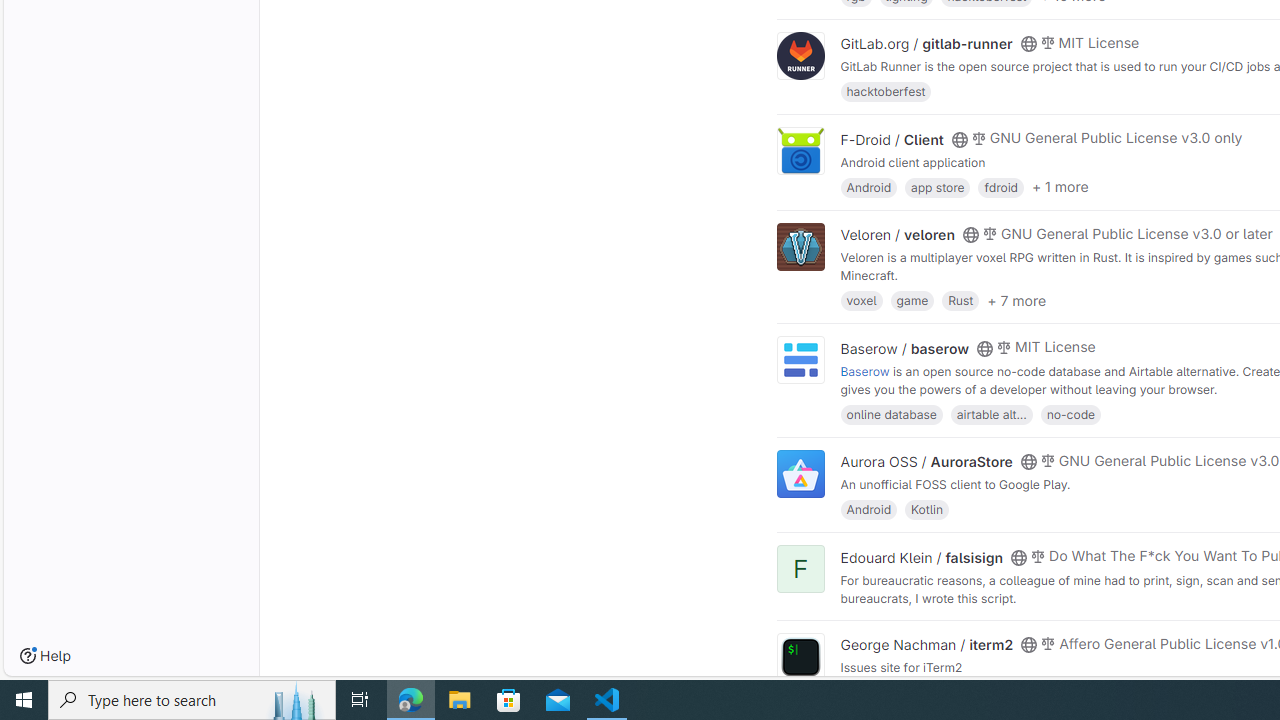 The width and height of the screenshot is (1280, 720). What do you see at coordinates (926, 508) in the screenshot?
I see `'Kotlin'` at bounding box center [926, 508].